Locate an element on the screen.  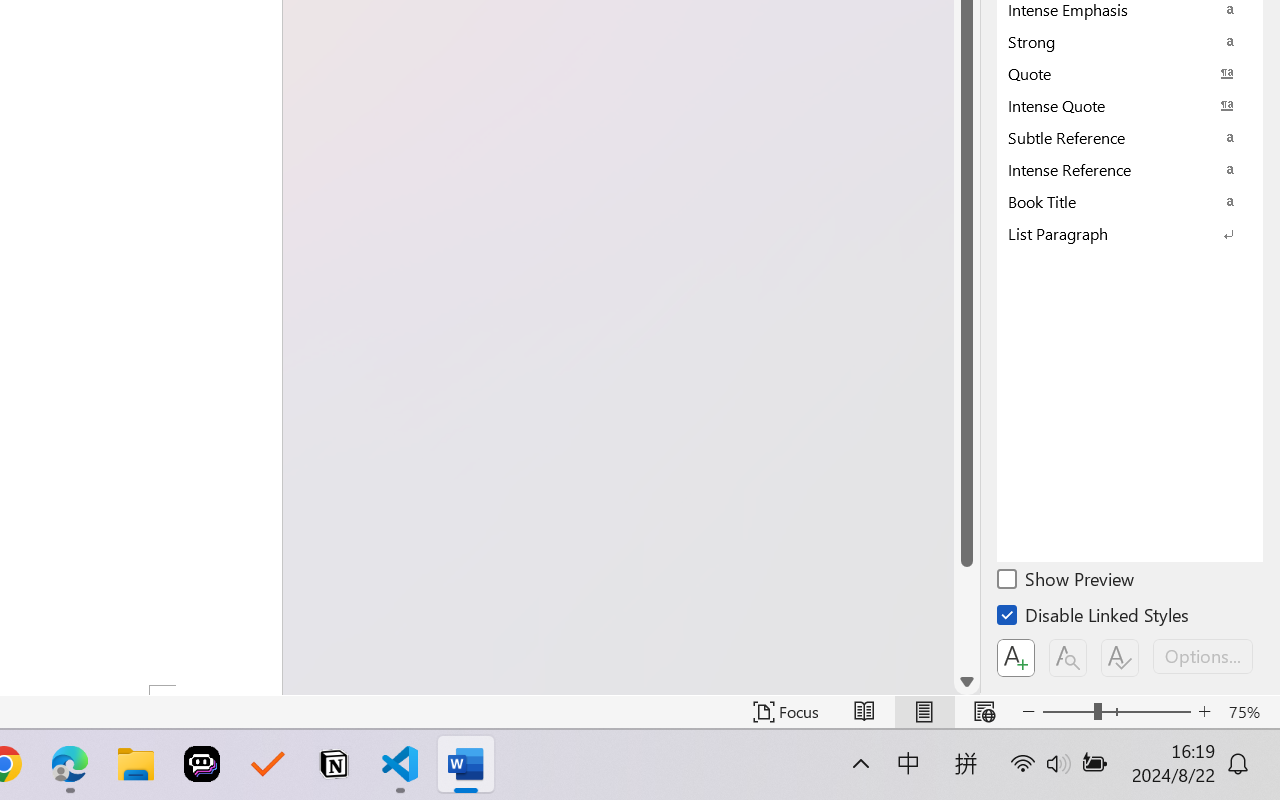
'Quote' is located at coordinates (1130, 73).